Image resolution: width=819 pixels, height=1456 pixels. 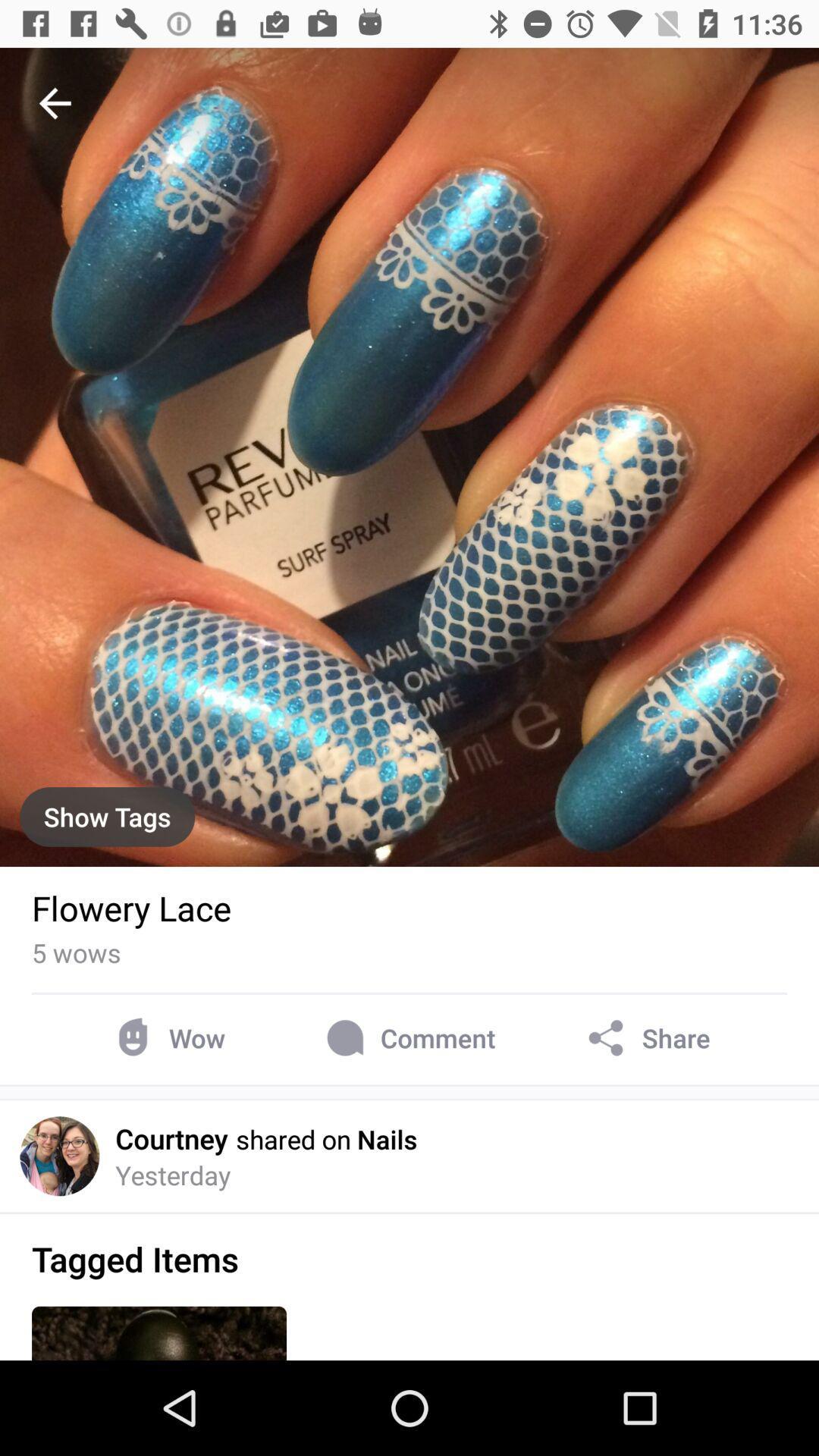 I want to click on maximize picture, so click(x=409, y=457).